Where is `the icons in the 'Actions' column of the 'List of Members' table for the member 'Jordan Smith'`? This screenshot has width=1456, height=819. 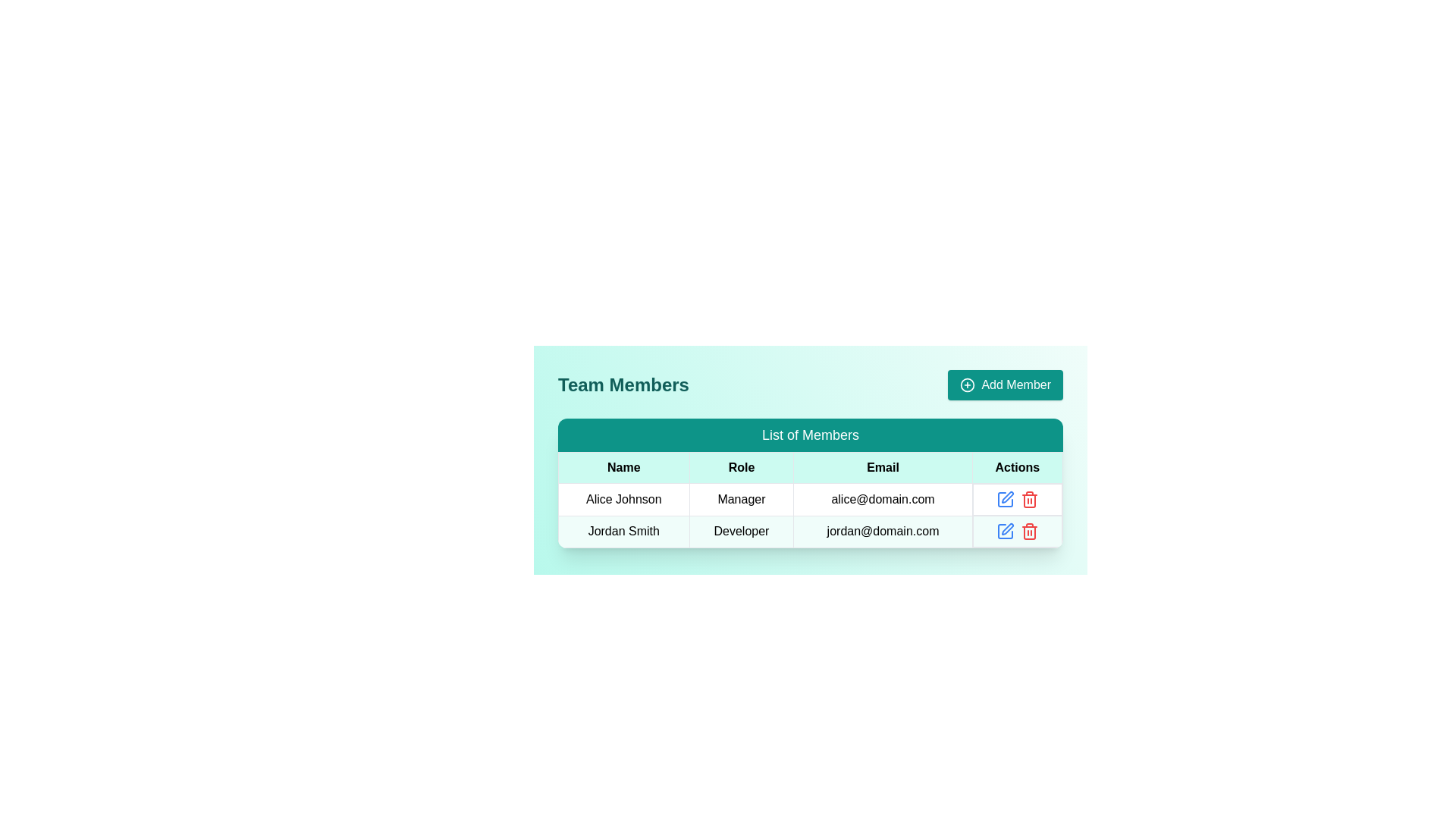 the icons in the 'Actions' column of the 'List of Members' table for the member 'Jordan Smith' is located at coordinates (1017, 531).